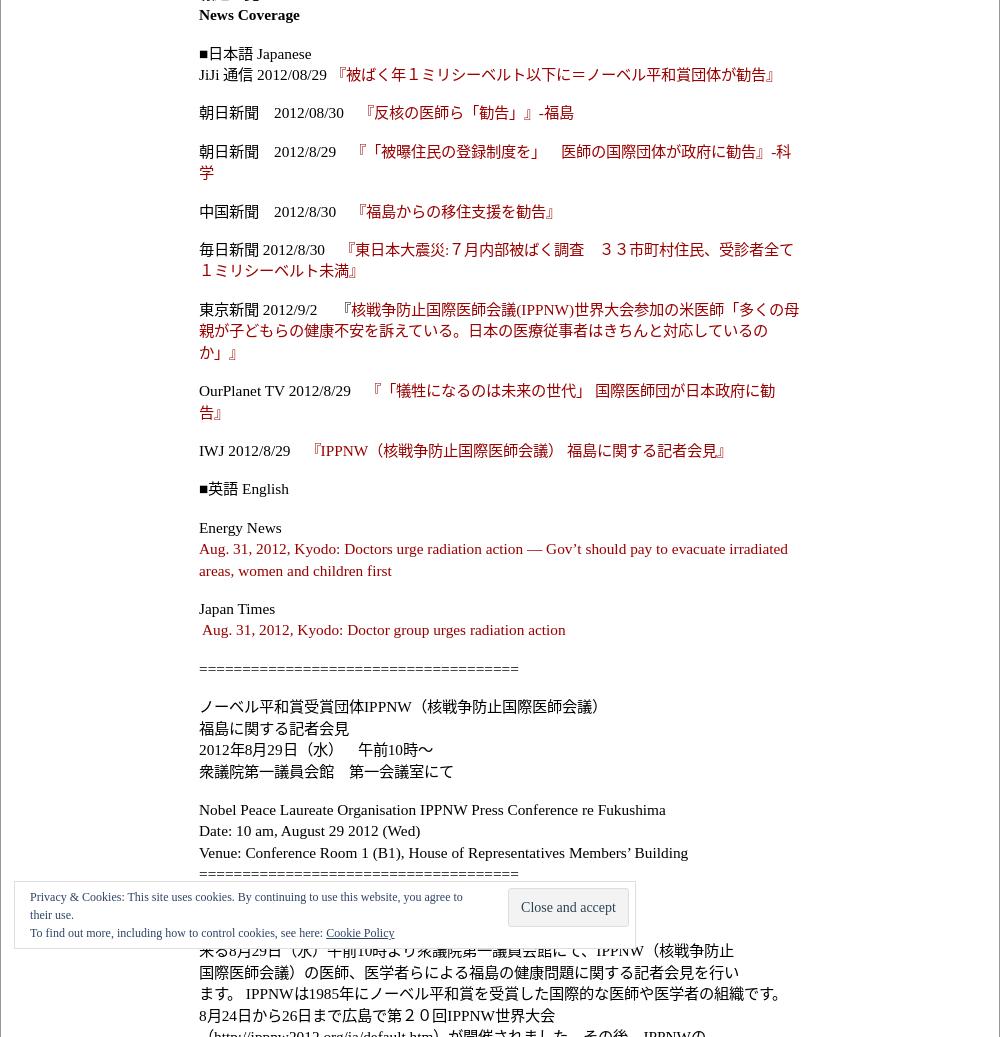 The width and height of the screenshot is (1001, 1037). What do you see at coordinates (492, 993) in the screenshot?
I see `'ます。 IPPNWは1985年にノーベル平和賞を受賞した国際的な医師や医学者の組織です。'` at bounding box center [492, 993].